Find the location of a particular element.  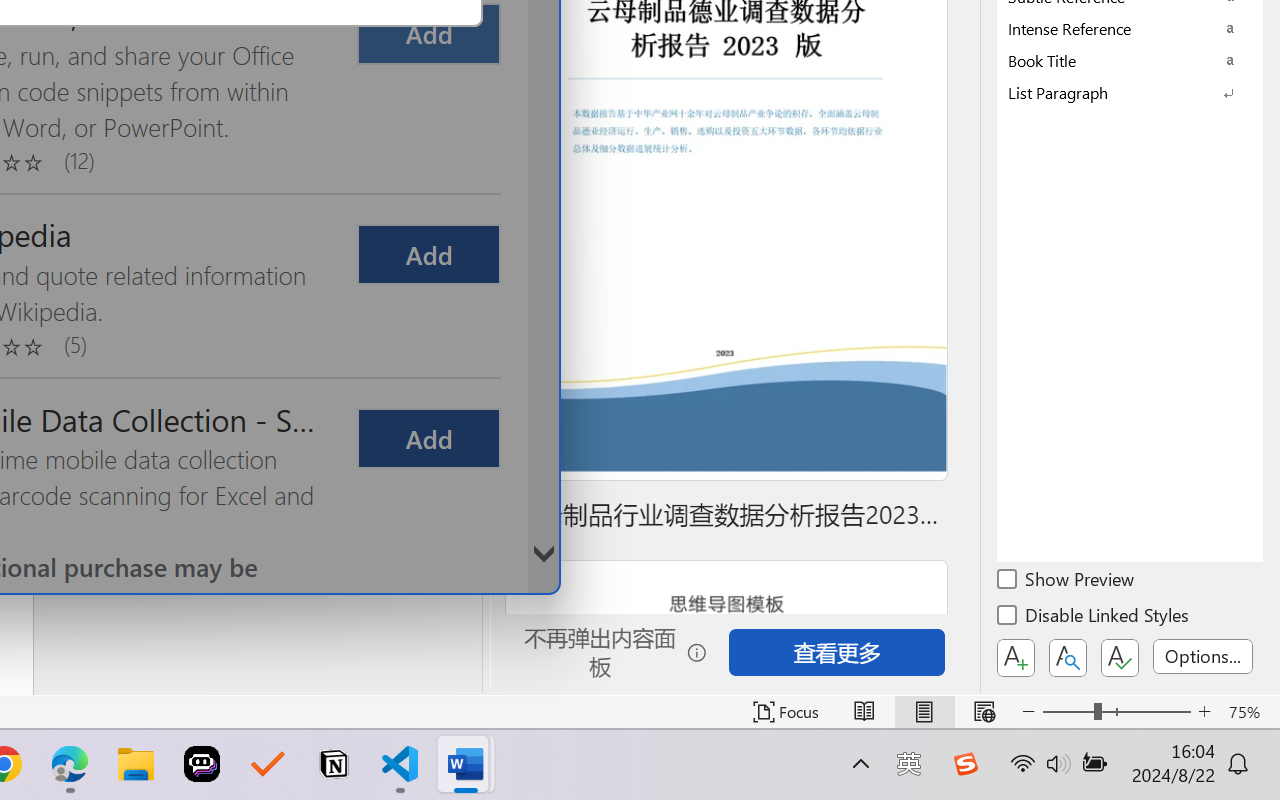

'Intense Reference' is located at coordinates (1130, 28).